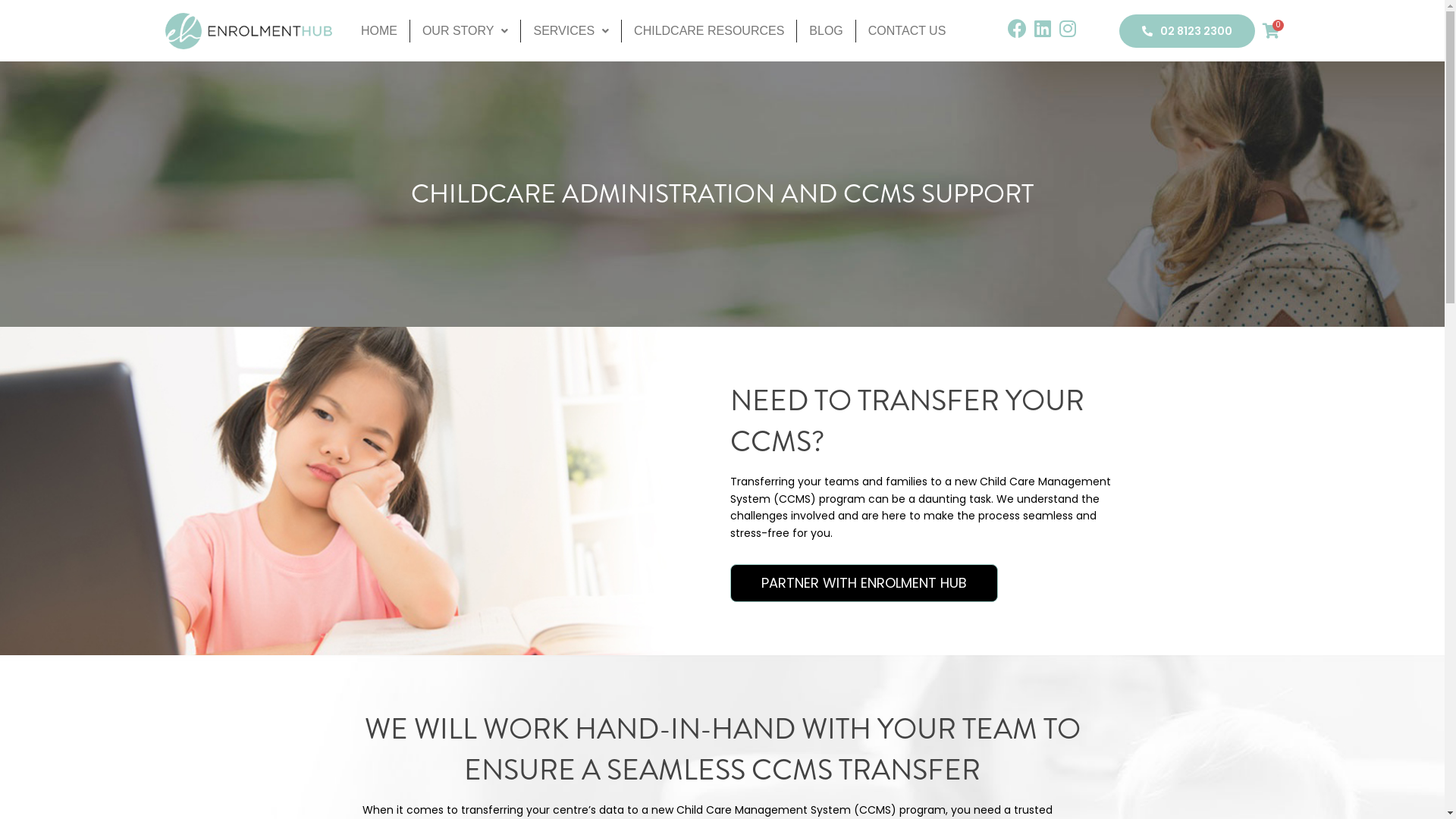 Image resolution: width=1456 pixels, height=819 pixels. Describe the element at coordinates (1186, 31) in the screenshot. I see `'02 8123 2300'` at that location.